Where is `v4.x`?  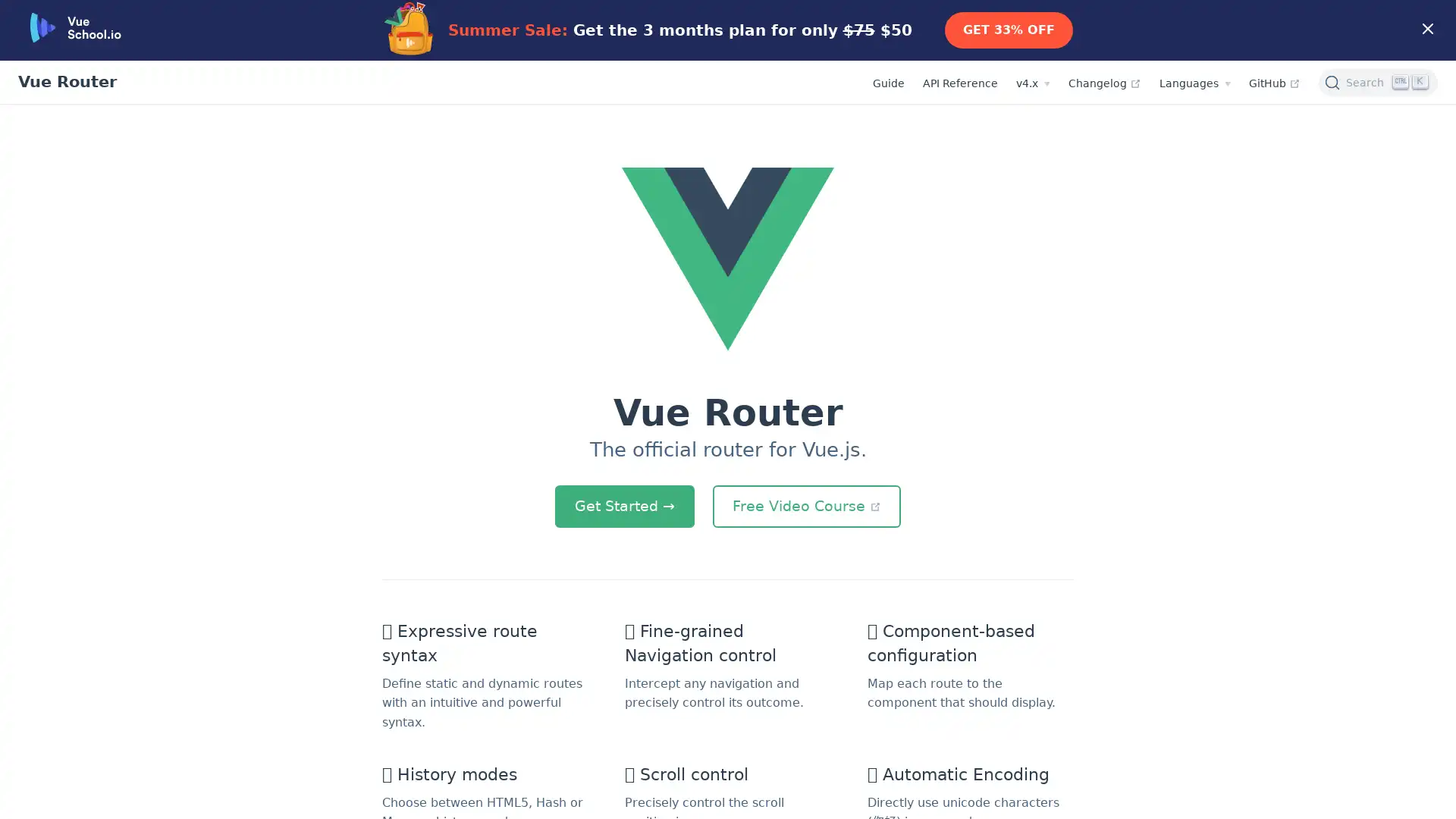 v4.x is located at coordinates (1032, 84).